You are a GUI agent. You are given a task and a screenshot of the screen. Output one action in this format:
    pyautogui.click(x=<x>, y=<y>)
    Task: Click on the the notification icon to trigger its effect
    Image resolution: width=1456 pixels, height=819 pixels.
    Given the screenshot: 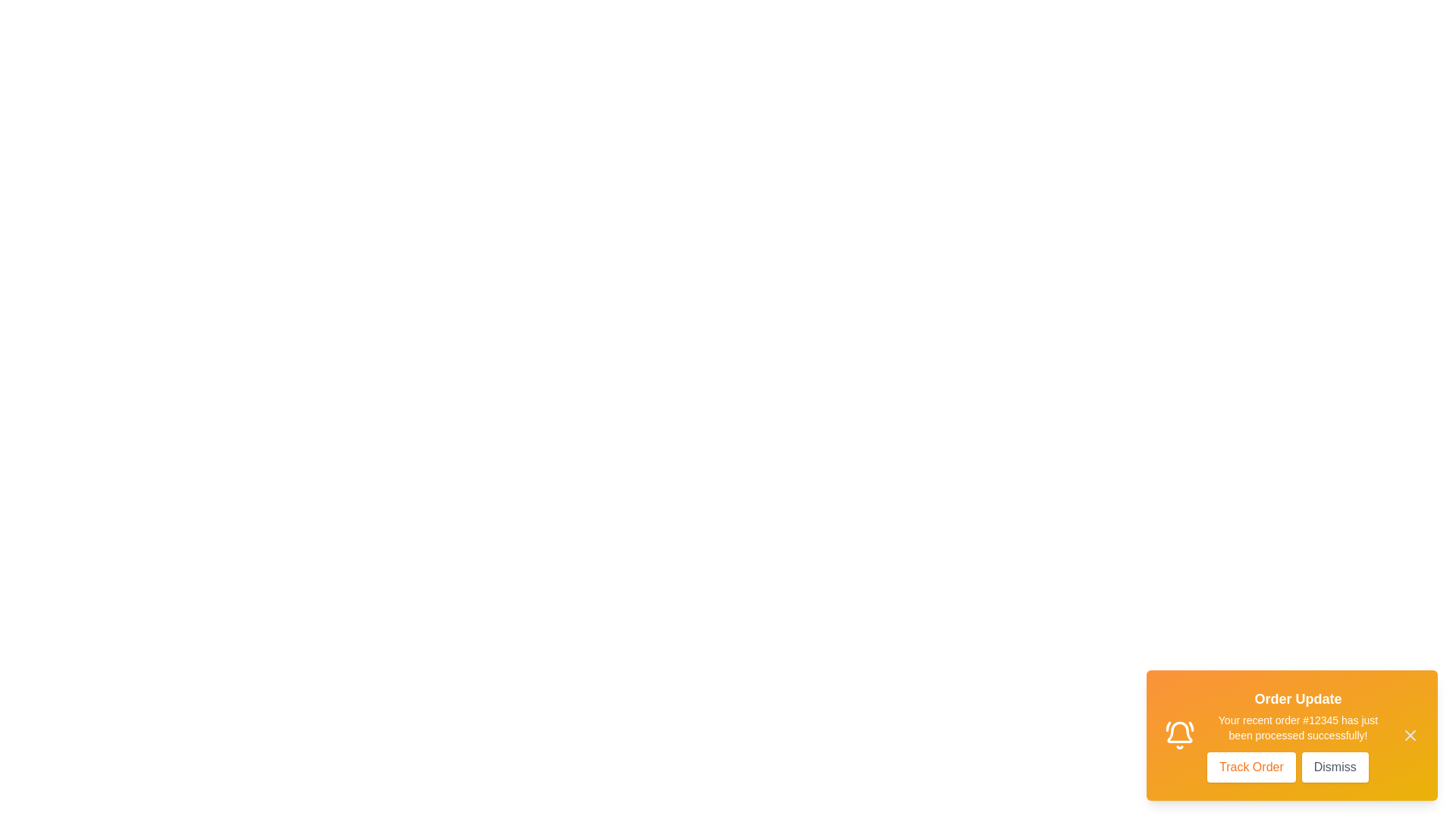 What is the action you would take?
    pyautogui.click(x=1178, y=734)
    